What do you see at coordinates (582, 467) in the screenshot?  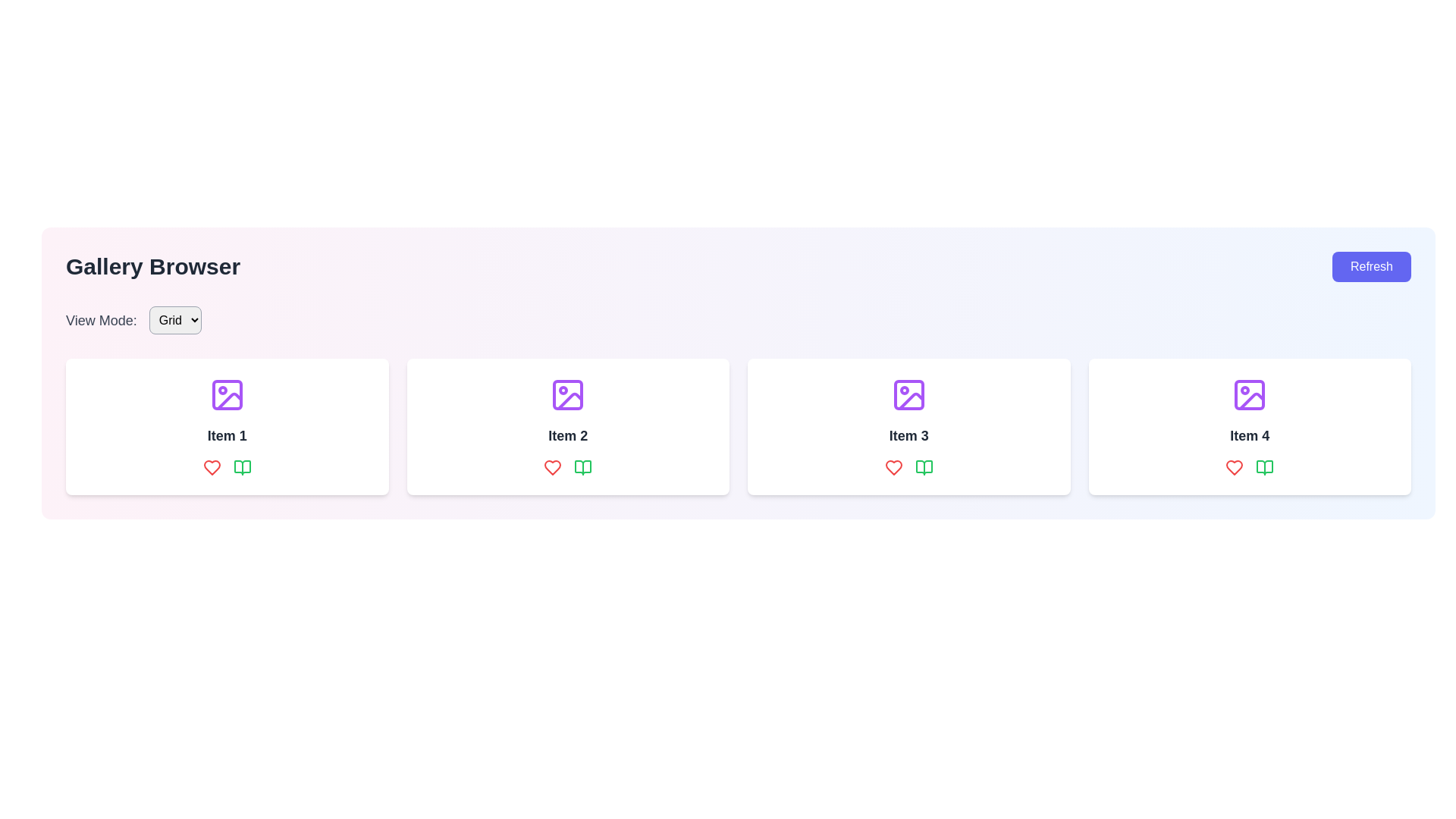 I see `the second icon in the horizontal group under the card labeled 'Item 2', which is positioned immediately to the right of the heart-shaped red icon` at bounding box center [582, 467].